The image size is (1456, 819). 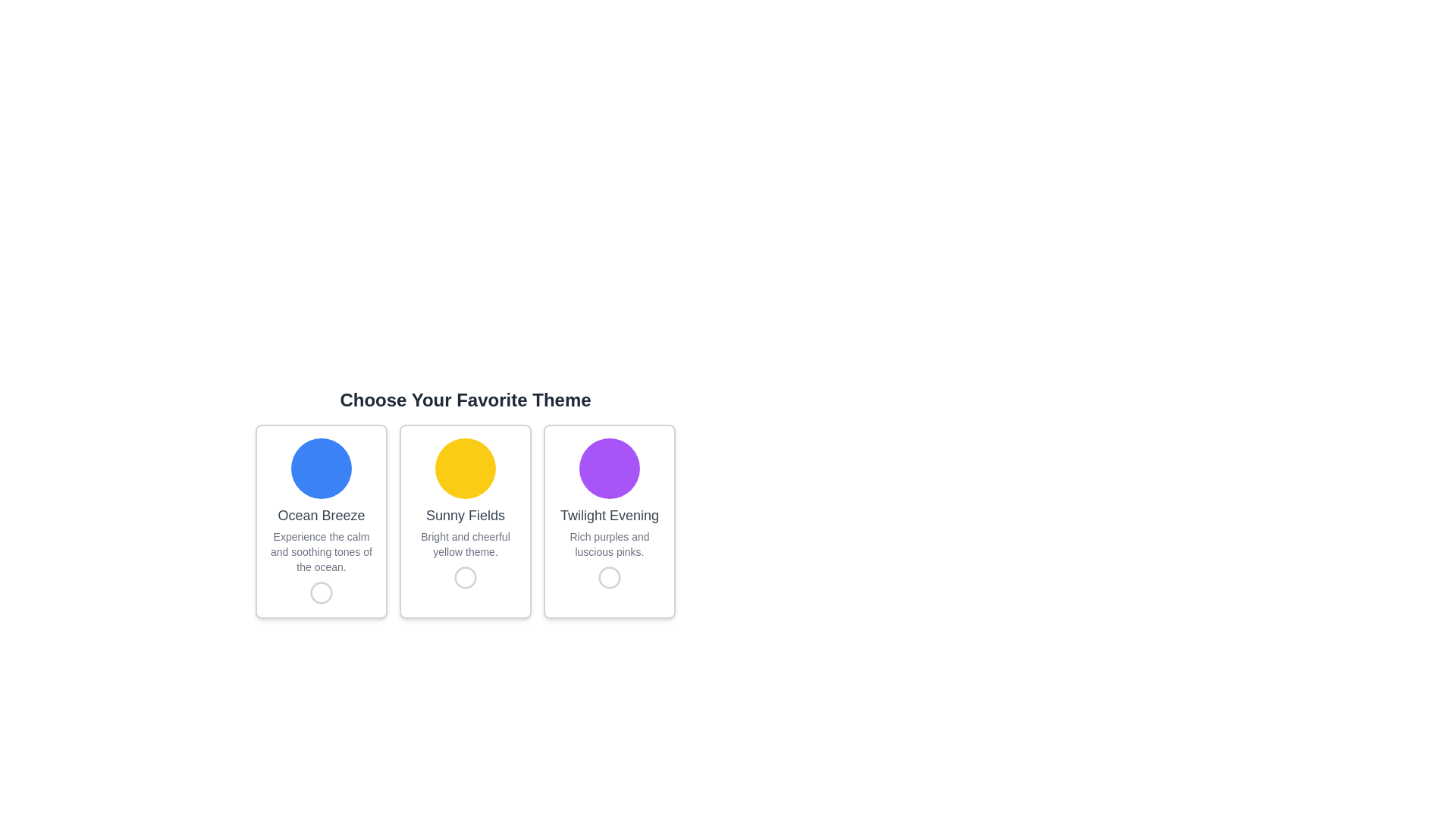 What do you see at coordinates (465, 532) in the screenshot?
I see `the Text Block containing the header 'Sunny Fields' and the description 'Bright and cheerful yellow theme.' positioned in the center of the second card in a three-card layout` at bounding box center [465, 532].